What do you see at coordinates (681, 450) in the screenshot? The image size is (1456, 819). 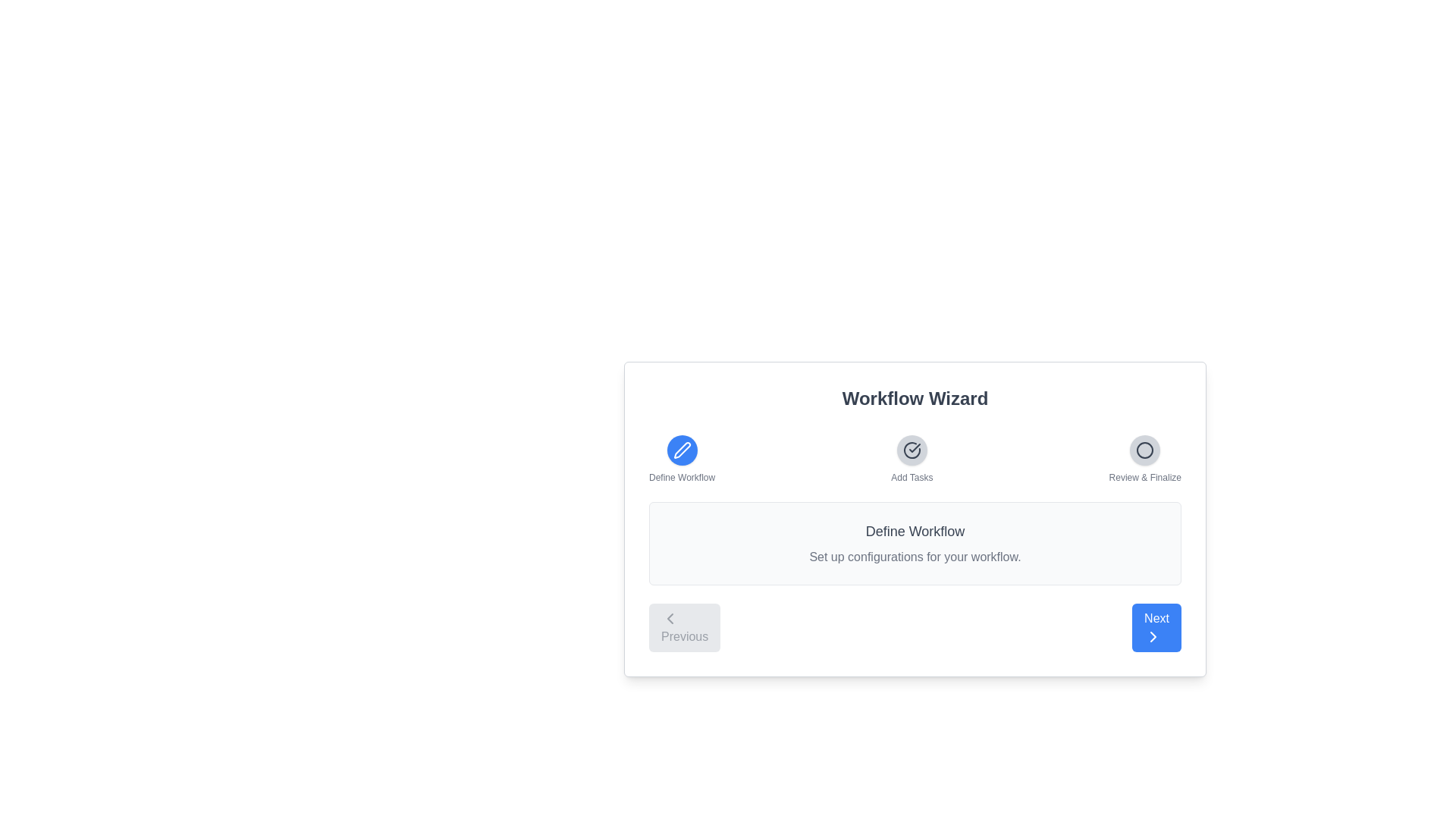 I see `the circular blue button with a white pen icon located at the top left of the workflow interface, which is part of the 'Define Workflow' step in the workflow wizard` at bounding box center [681, 450].